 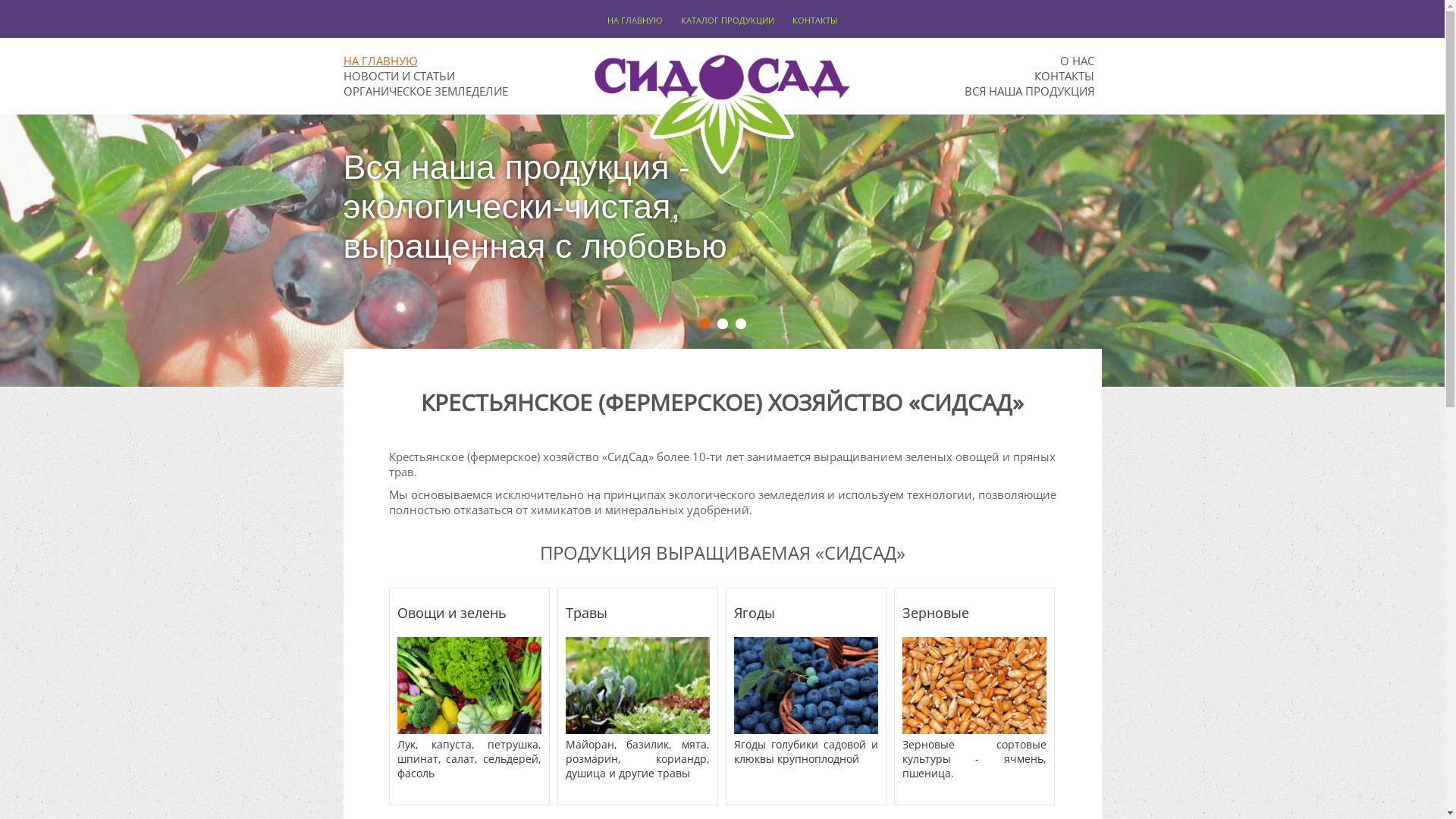 I want to click on '2', so click(x=722, y=323).